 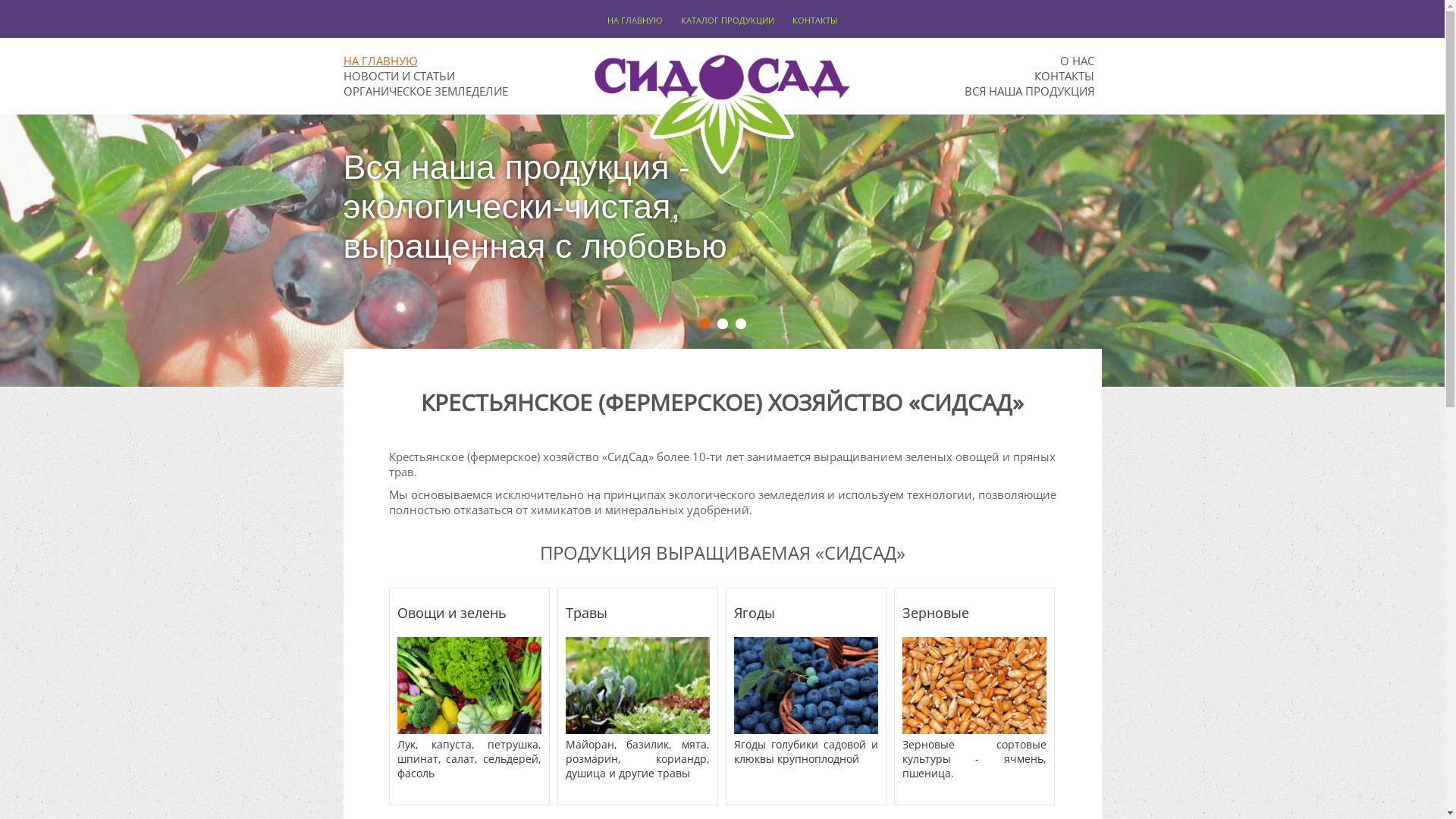 I want to click on '2', so click(x=722, y=323).